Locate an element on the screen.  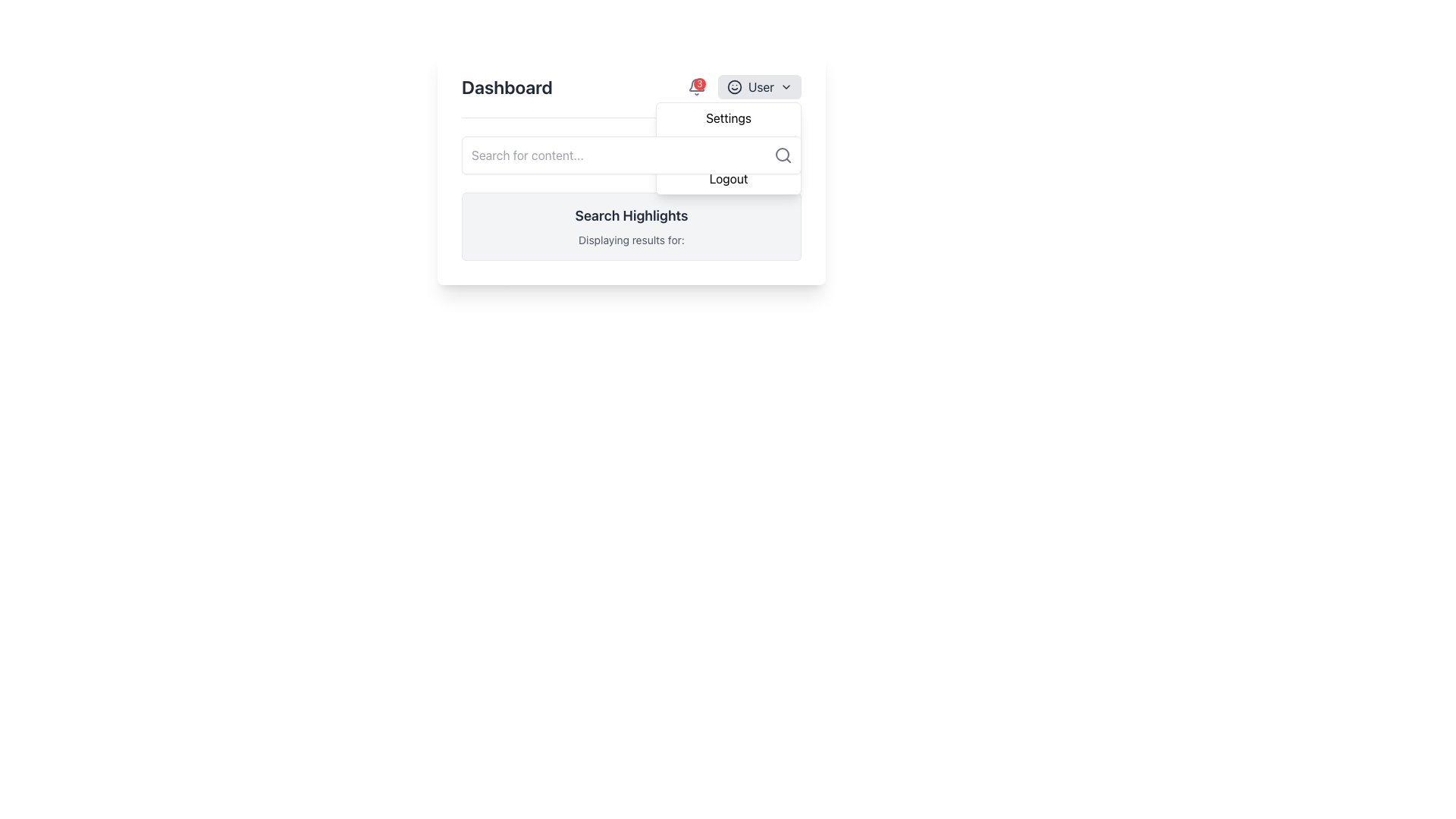
the informational Text label located below the 'Search Highlights' header, which provides context for displayed results is located at coordinates (632, 239).